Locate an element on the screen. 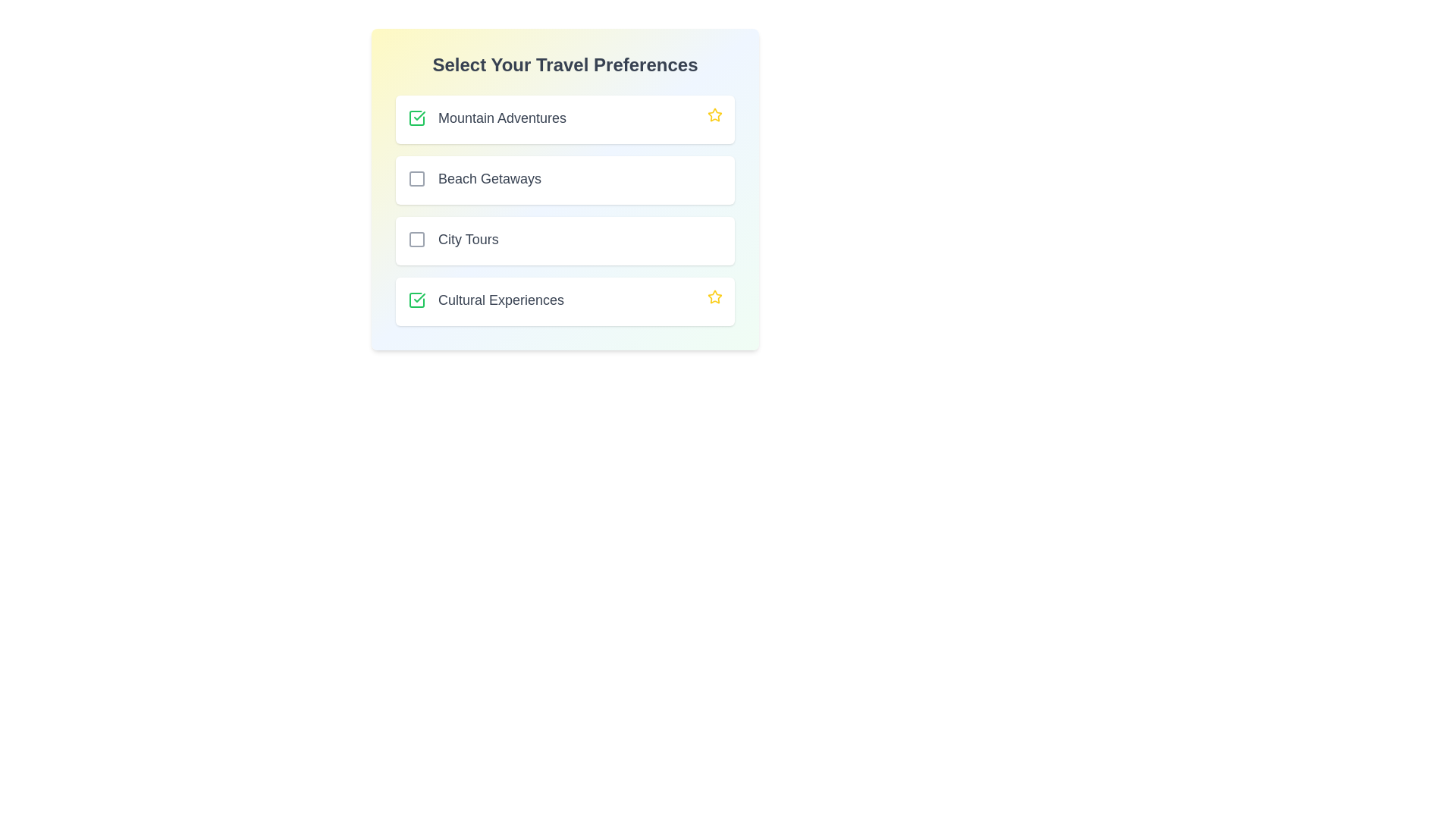 The width and height of the screenshot is (1456, 819). the preference Beach Getaways is located at coordinates (417, 177).